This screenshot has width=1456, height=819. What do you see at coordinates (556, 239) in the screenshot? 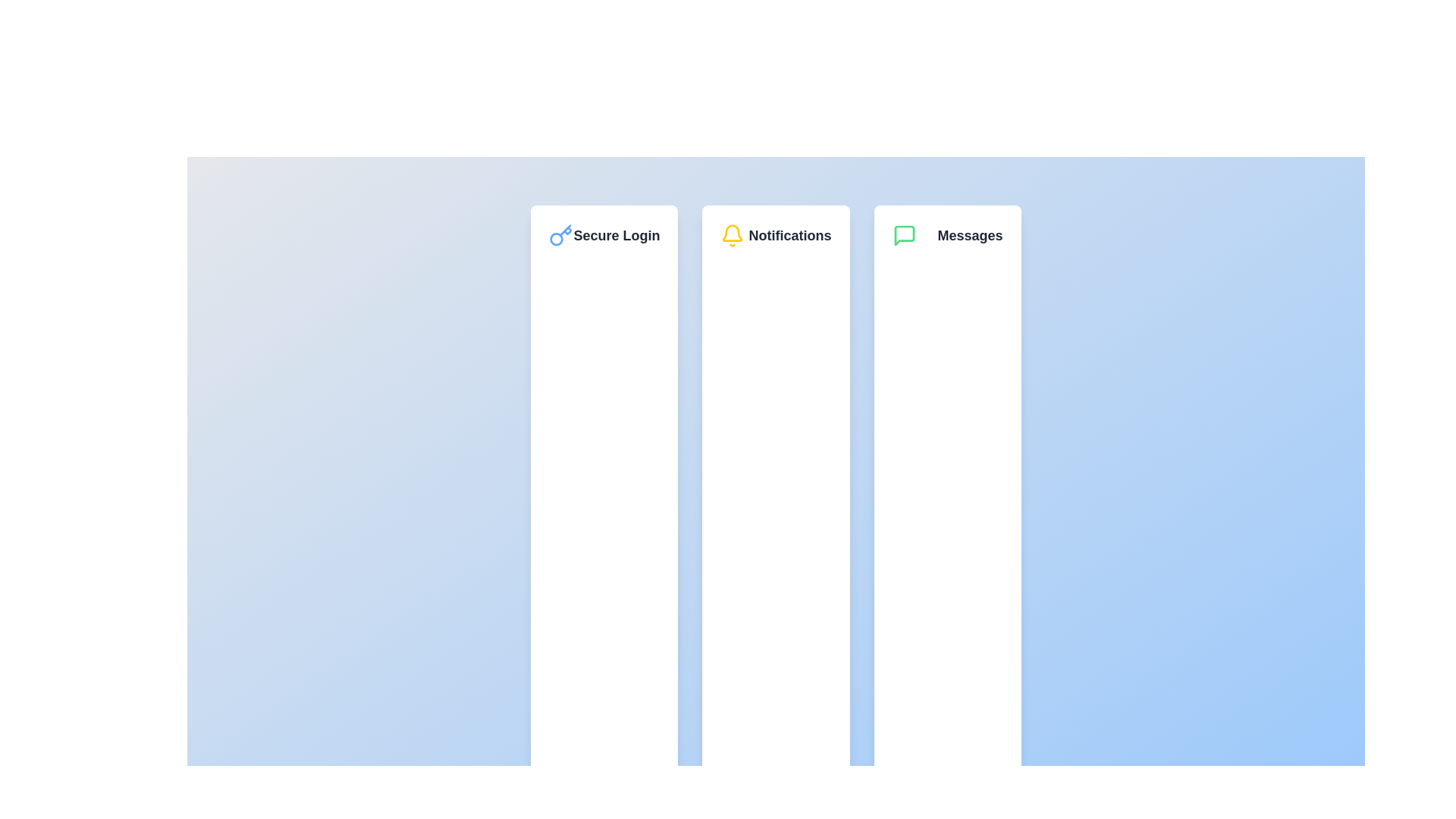
I see `the circular shape within the SVG graphic of the key icon` at bounding box center [556, 239].